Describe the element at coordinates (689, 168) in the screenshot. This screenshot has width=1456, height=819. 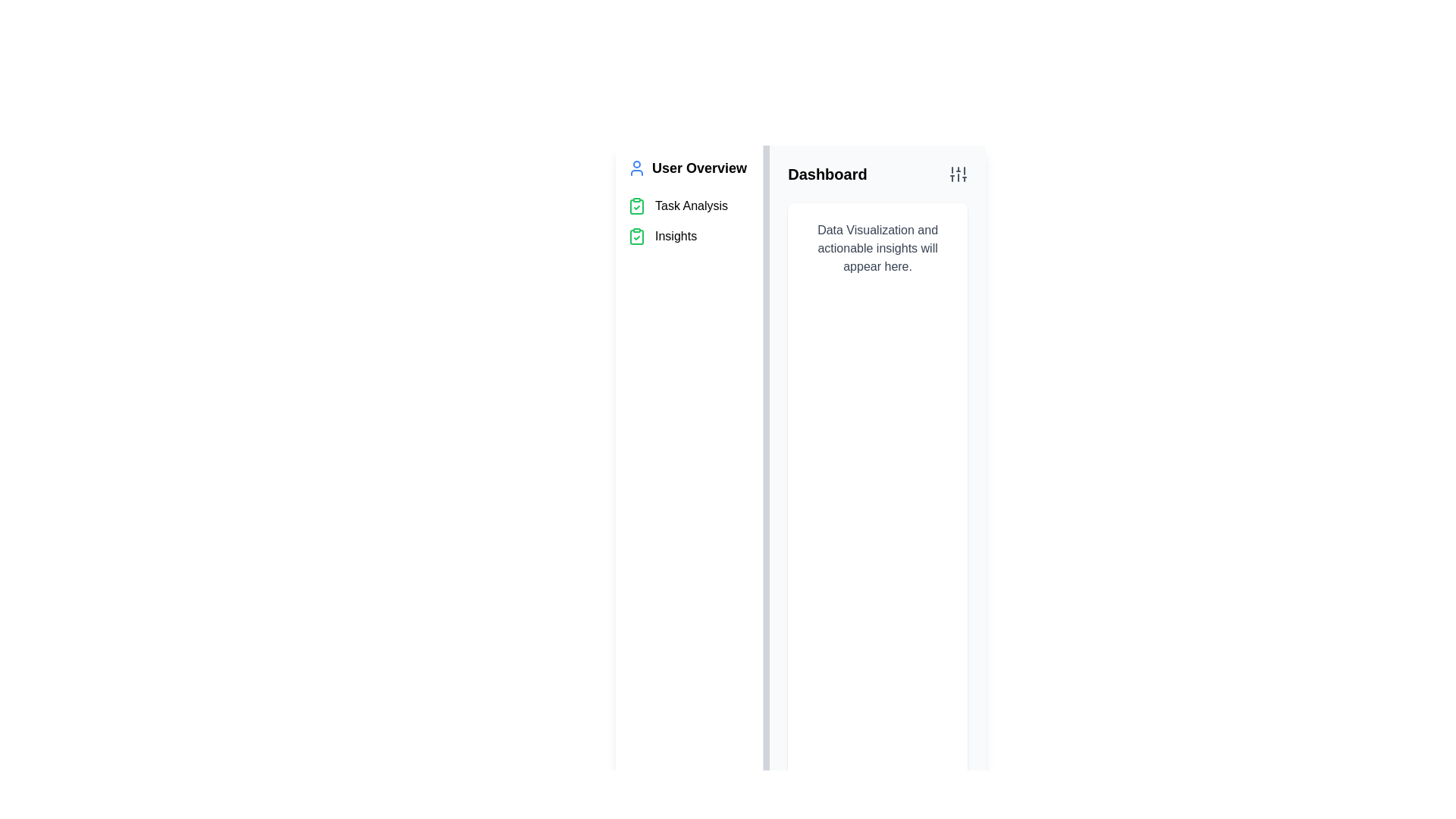
I see `the first navigation link in the left panel` at that location.